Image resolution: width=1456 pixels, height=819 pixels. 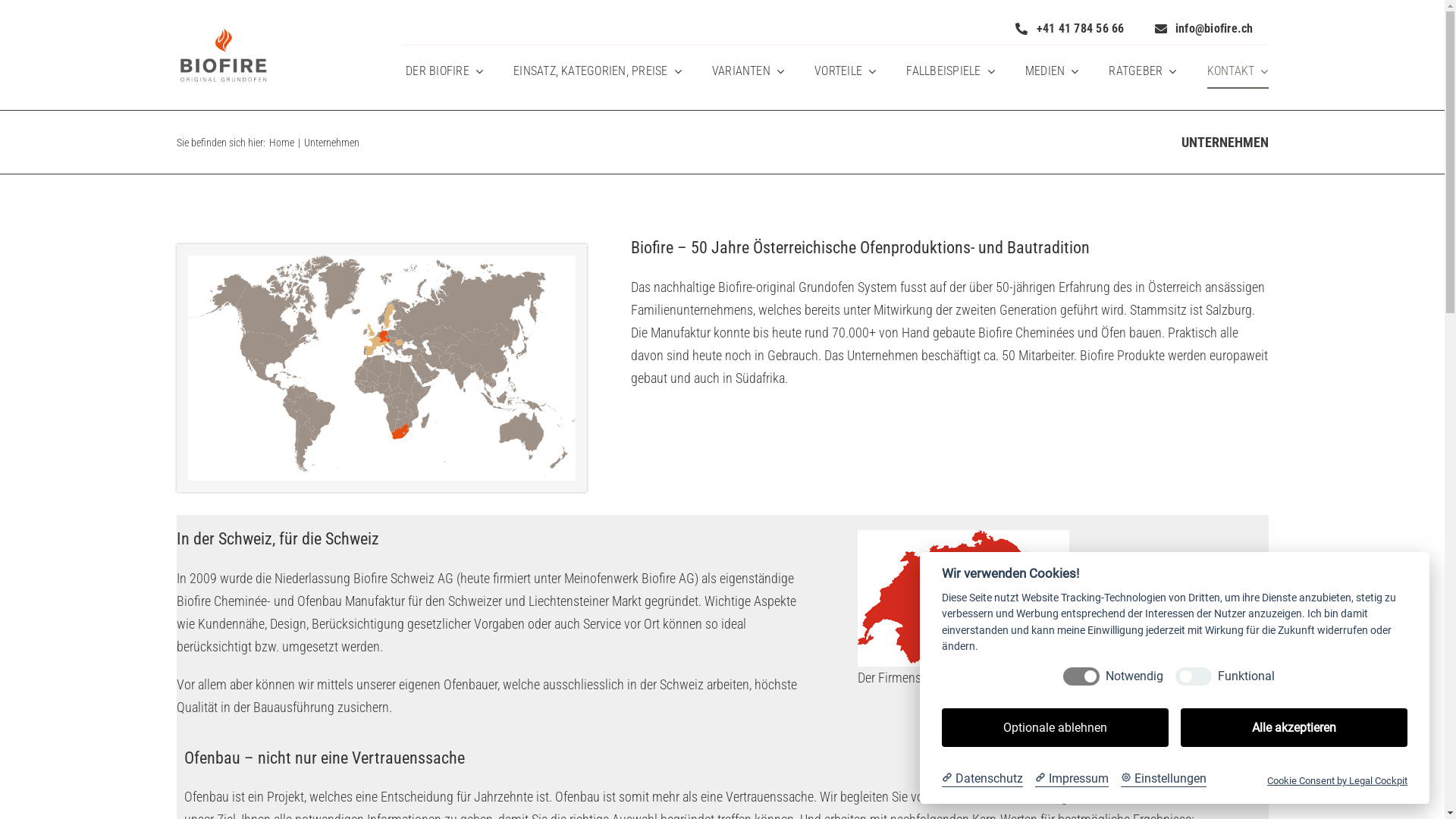 I want to click on 'RATGEBER', so click(x=1142, y=71).